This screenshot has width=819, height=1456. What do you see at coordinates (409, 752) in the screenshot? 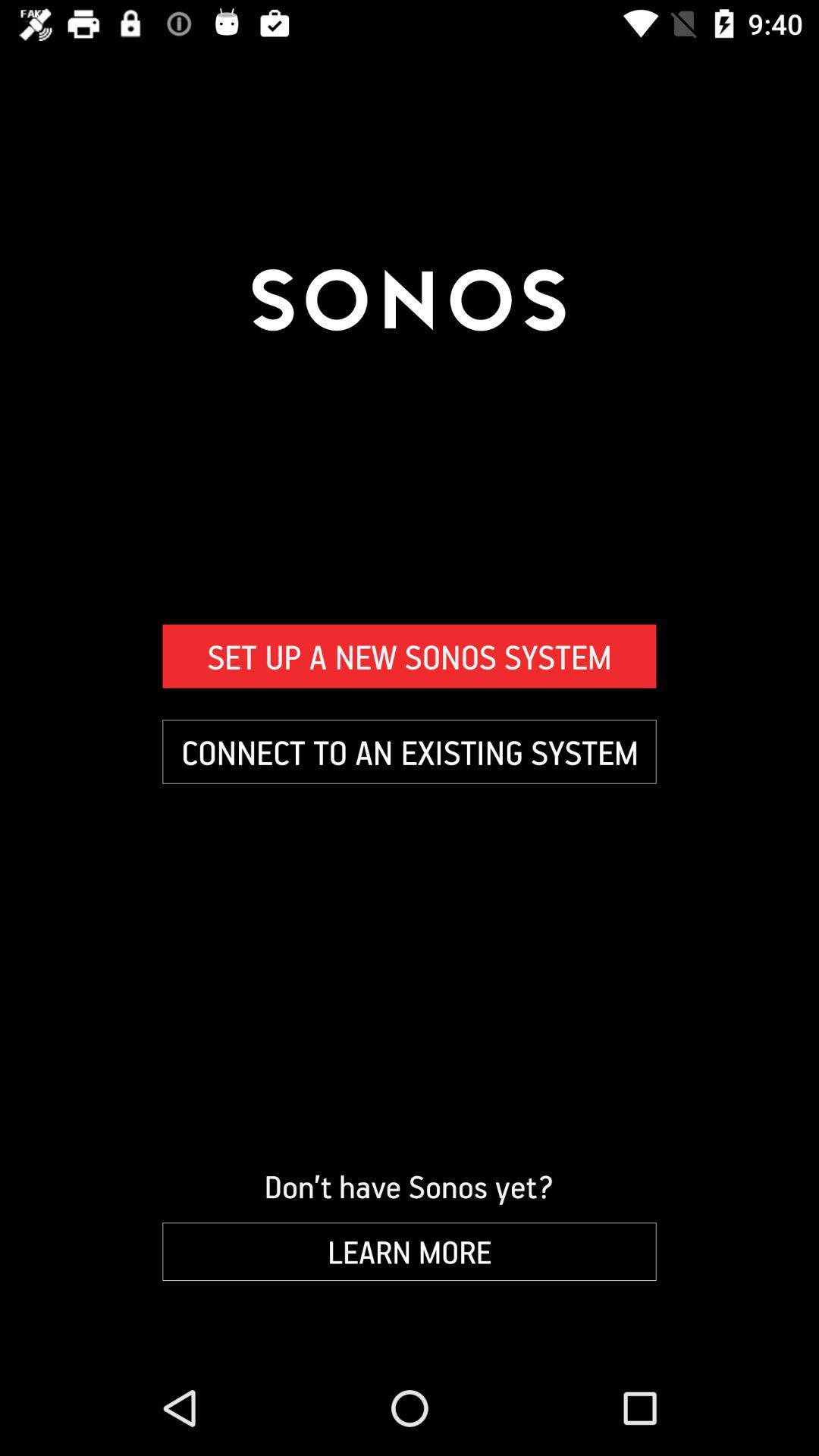
I see `item above the don t have` at bounding box center [409, 752].